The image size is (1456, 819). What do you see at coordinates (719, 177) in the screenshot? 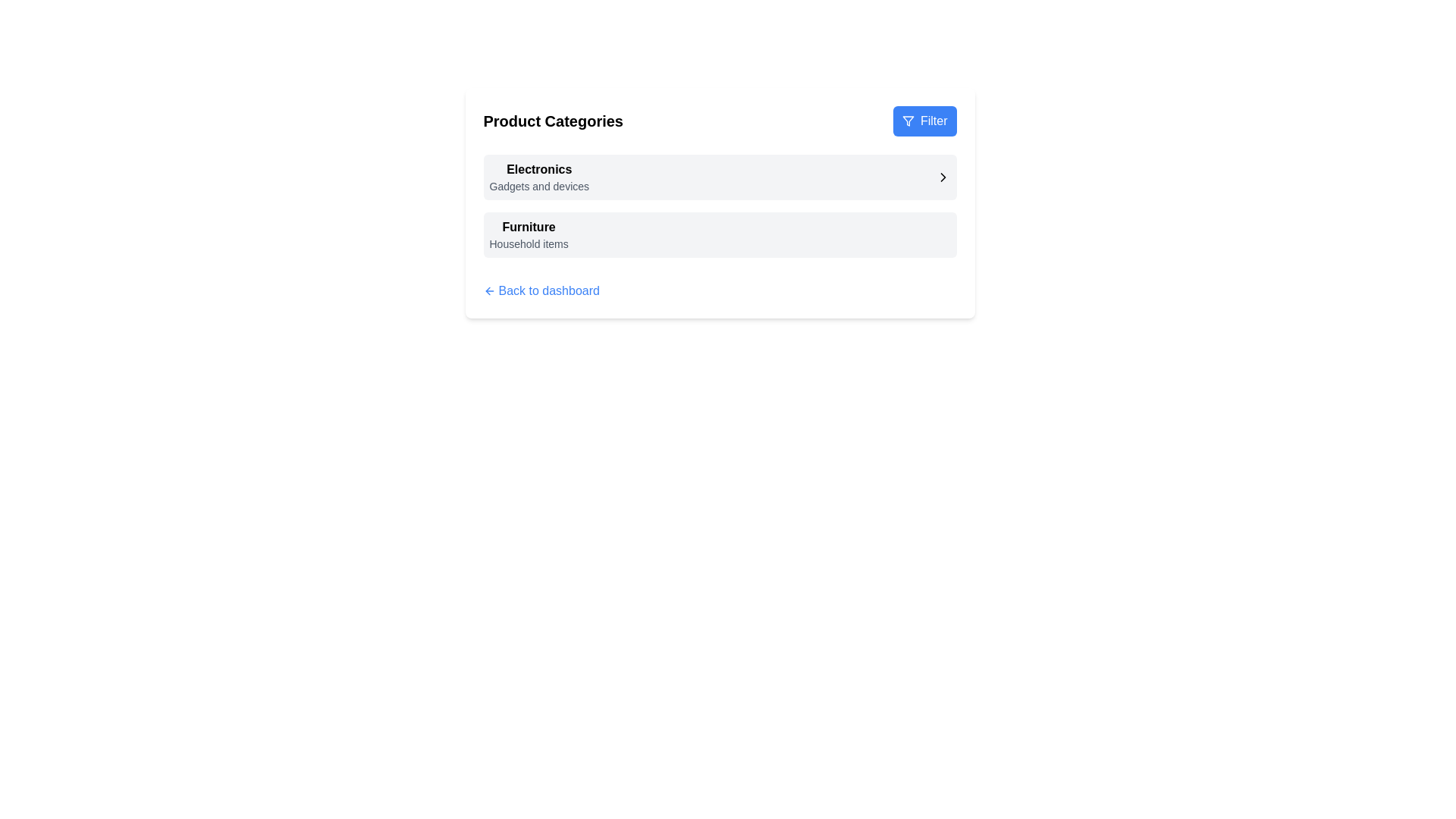
I see `the 'Electronics' list item in the 'Product Categories' section` at bounding box center [719, 177].